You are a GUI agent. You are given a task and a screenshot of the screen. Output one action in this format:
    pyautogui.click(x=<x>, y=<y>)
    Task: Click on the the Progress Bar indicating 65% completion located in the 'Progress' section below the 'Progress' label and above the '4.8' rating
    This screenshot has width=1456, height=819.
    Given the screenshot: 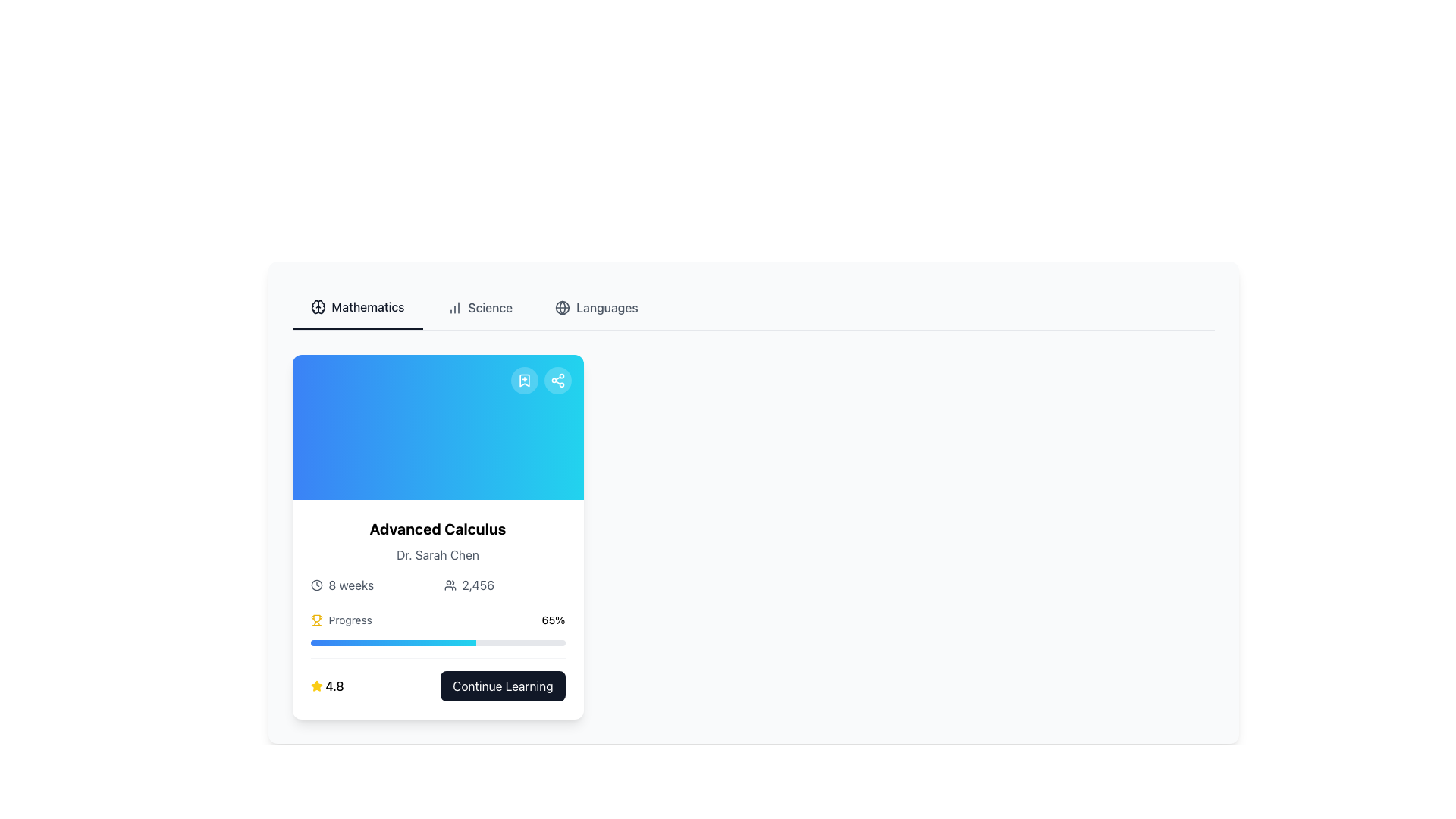 What is the action you would take?
    pyautogui.click(x=437, y=643)
    